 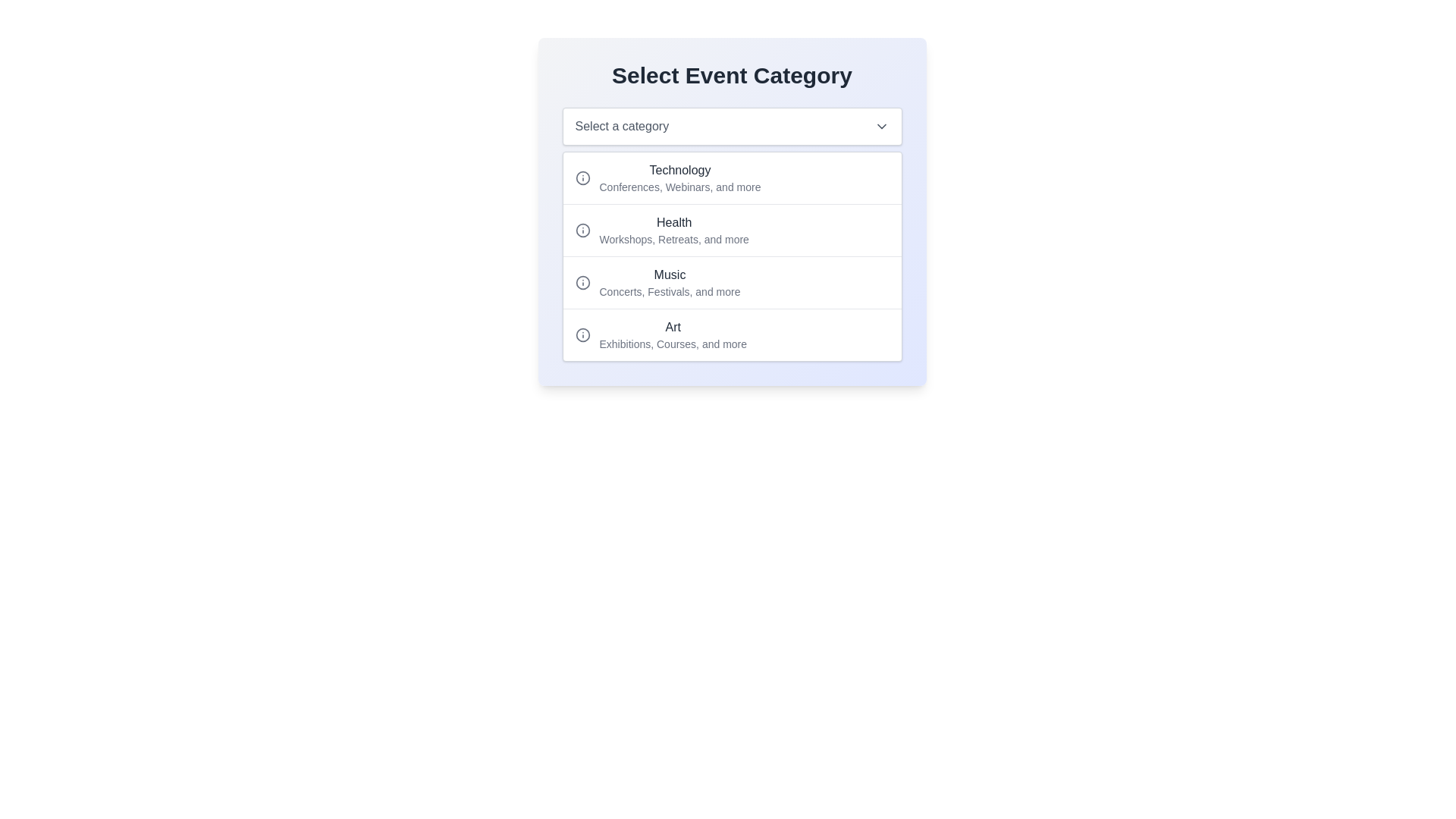 I want to click on the 'Music' category in the menu list, which features a prominent title text in dark-gray font and is the third item in the vertical list under the 'Select Event Category' header, so click(x=732, y=282).